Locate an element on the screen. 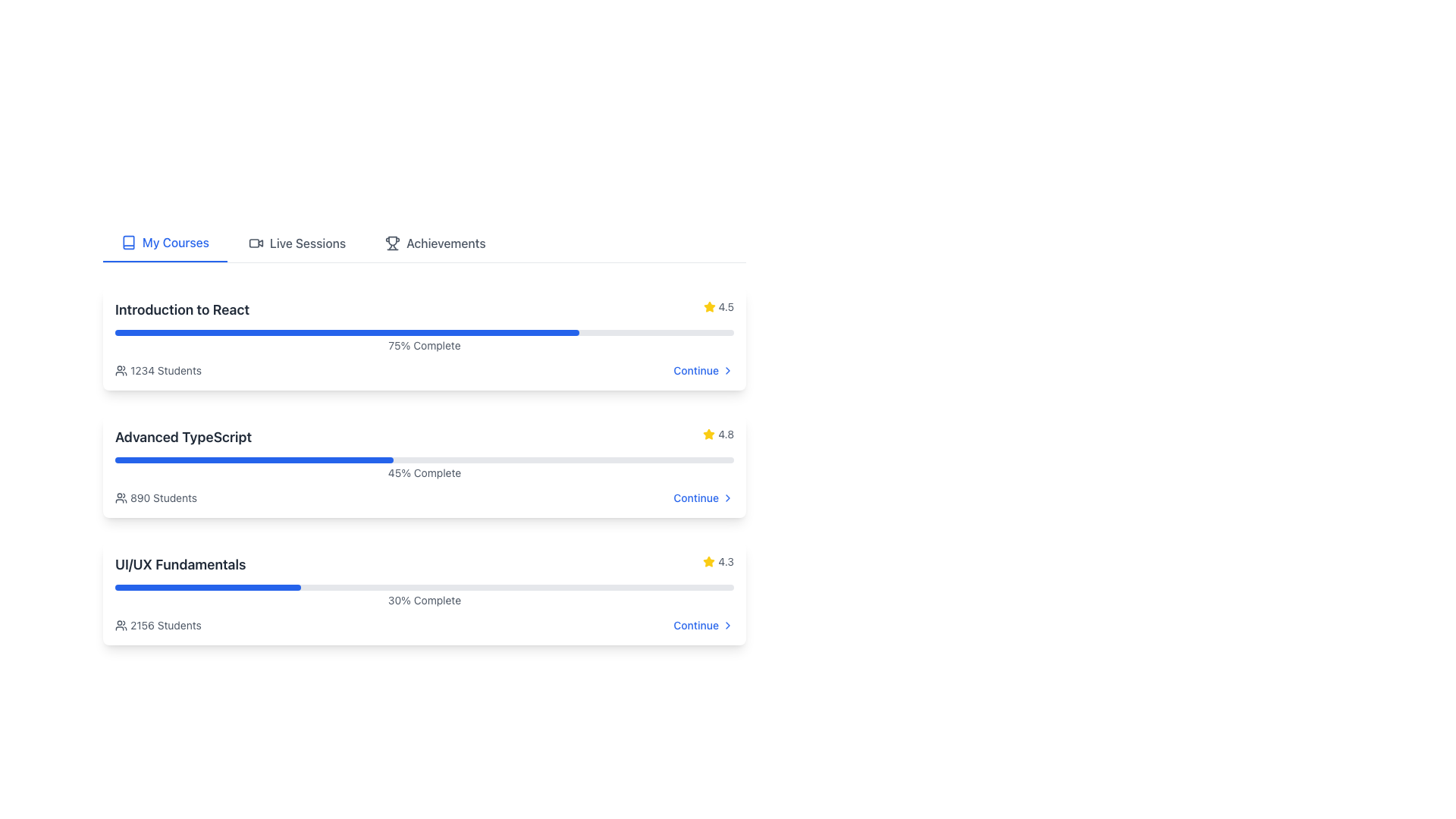 The height and width of the screenshot is (819, 1456). text content of the label displaying '75% Complete', which is styled in gray and positioned near the bottom of the progress bar for the course 'Introduction to React' is located at coordinates (425, 345).